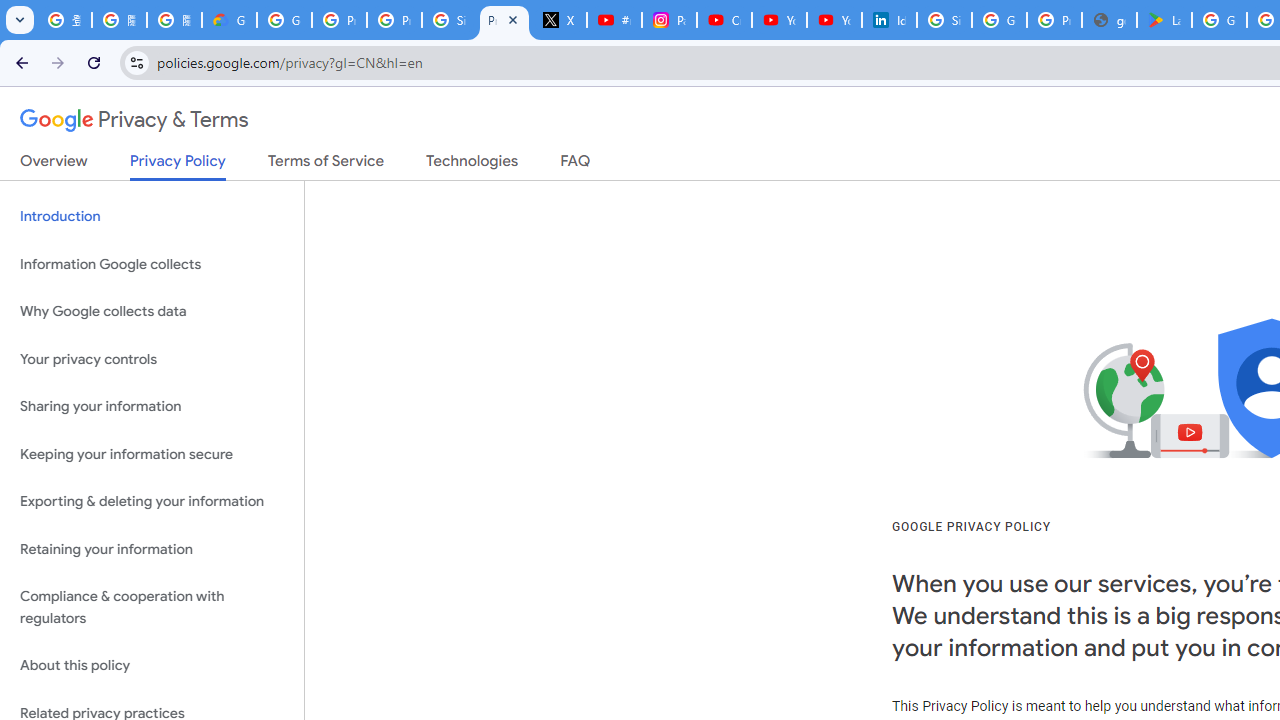  I want to click on 'Compliance & cooperation with regulators', so click(151, 607).